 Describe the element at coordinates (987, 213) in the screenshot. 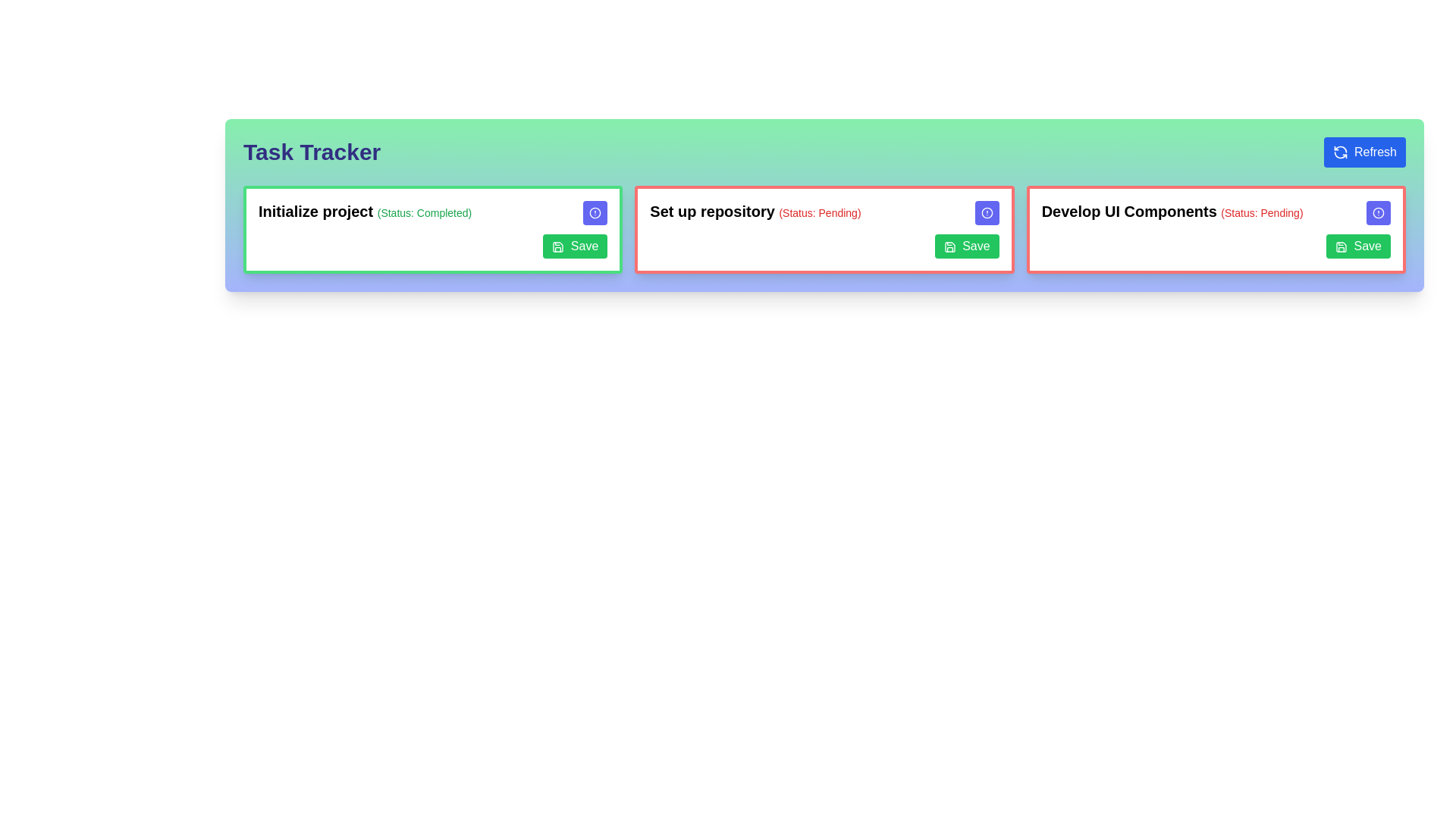

I see `the small circular alert icon with a blue background and white border, located within the 'Set up repository' card` at that location.